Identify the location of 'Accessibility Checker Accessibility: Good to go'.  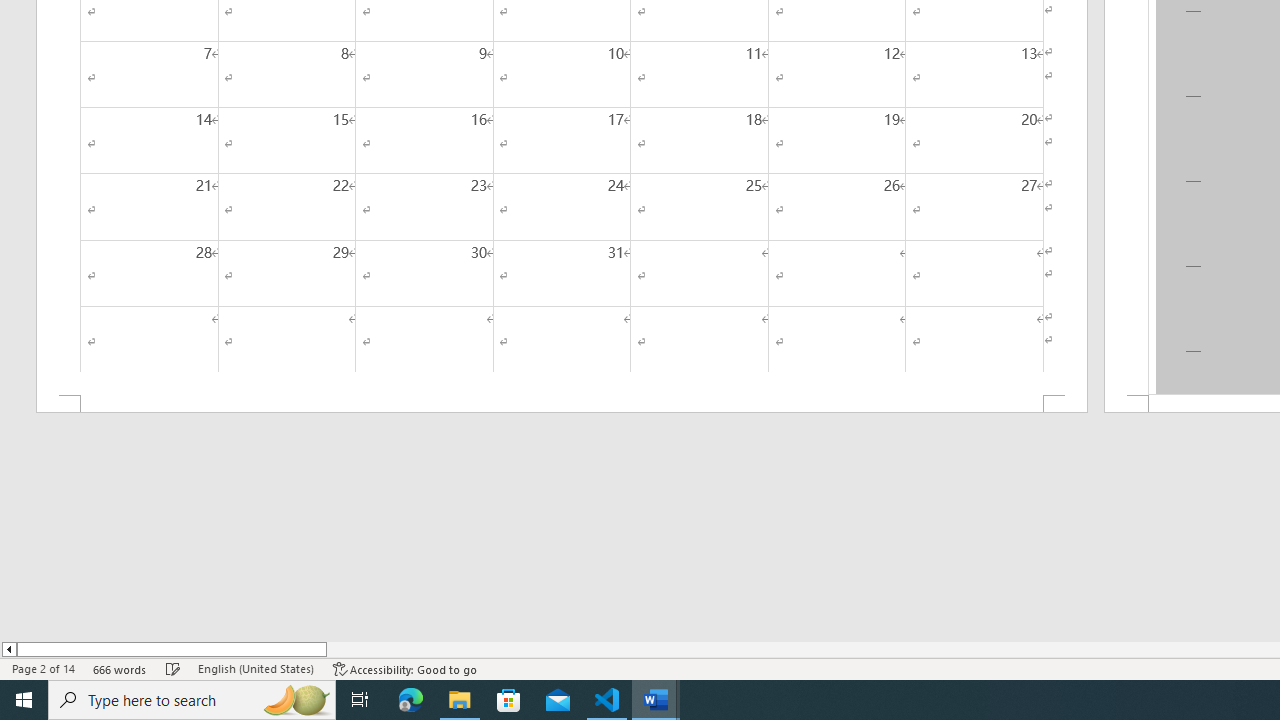
(404, 669).